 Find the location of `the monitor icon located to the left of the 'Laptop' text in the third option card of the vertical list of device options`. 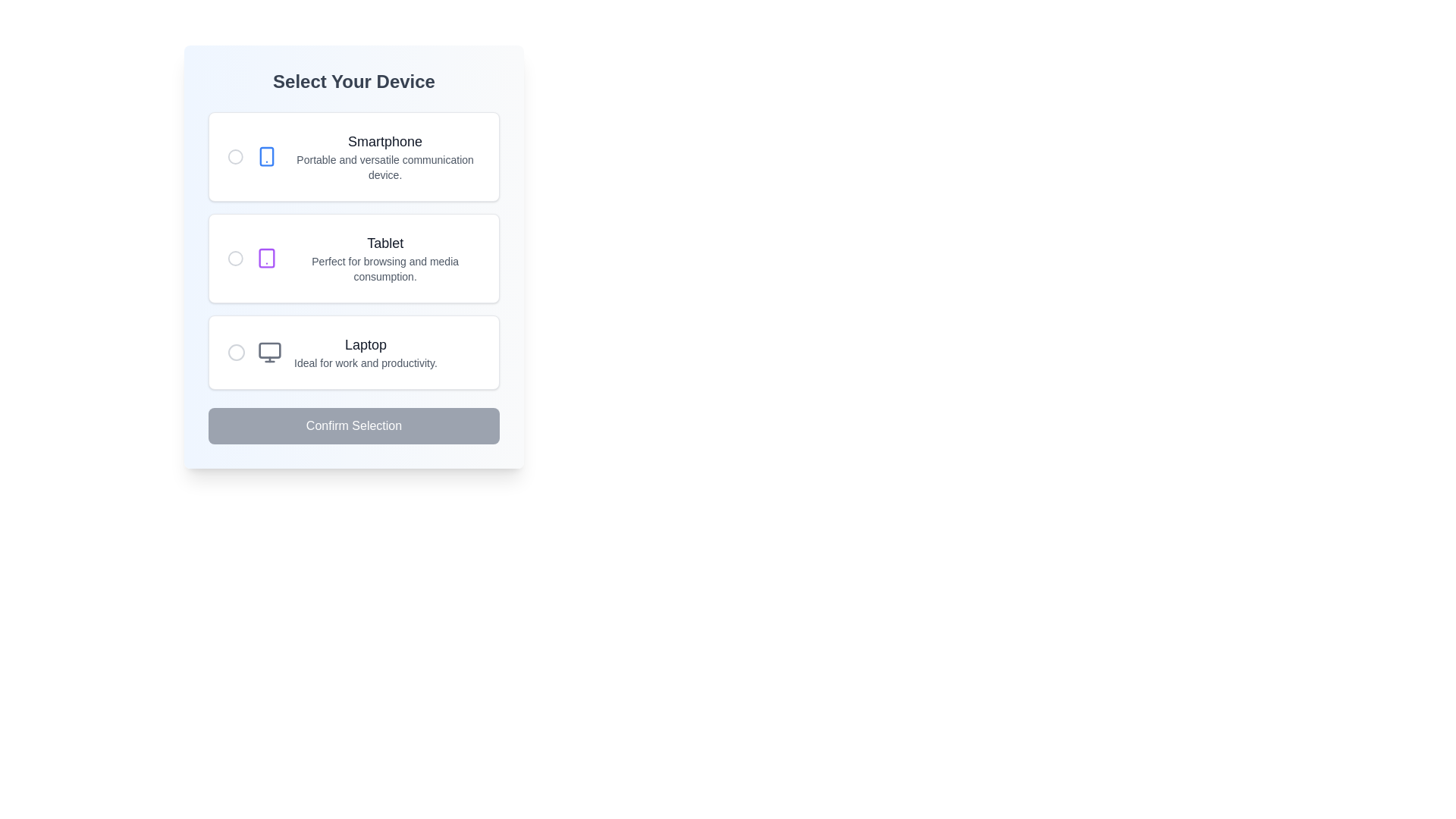

the monitor icon located to the left of the 'Laptop' text in the third option card of the vertical list of device options is located at coordinates (269, 353).